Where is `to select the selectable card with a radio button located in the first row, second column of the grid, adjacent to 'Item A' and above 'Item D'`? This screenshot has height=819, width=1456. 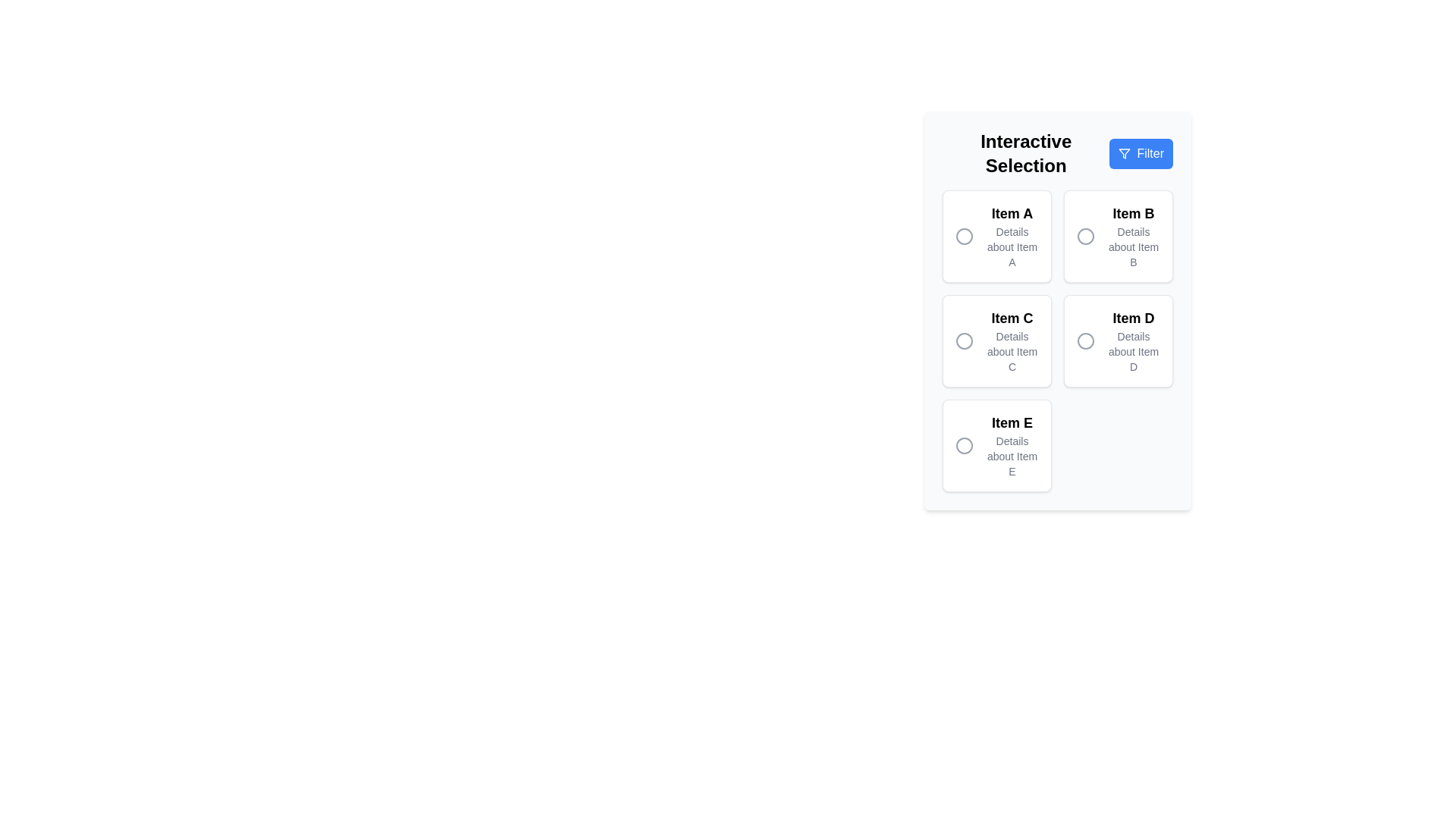 to select the selectable card with a radio button located in the first row, second column of the grid, adjacent to 'Item A' and above 'Item D' is located at coordinates (1118, 237).